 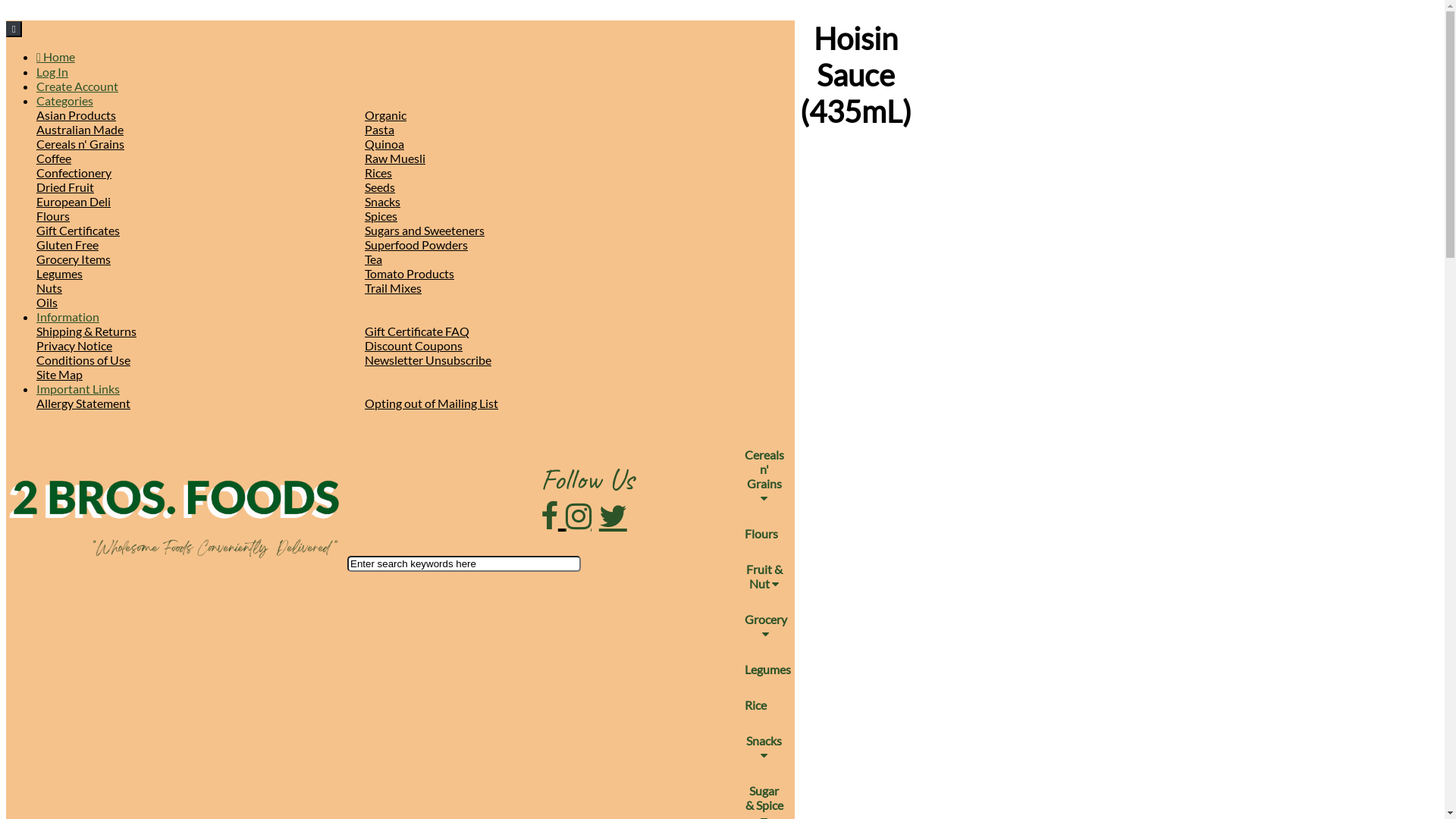 What do you see at coordinates (36, 345) in the screenshot?
I see `'Privacy Notice'` at bounding box center [36, 345].